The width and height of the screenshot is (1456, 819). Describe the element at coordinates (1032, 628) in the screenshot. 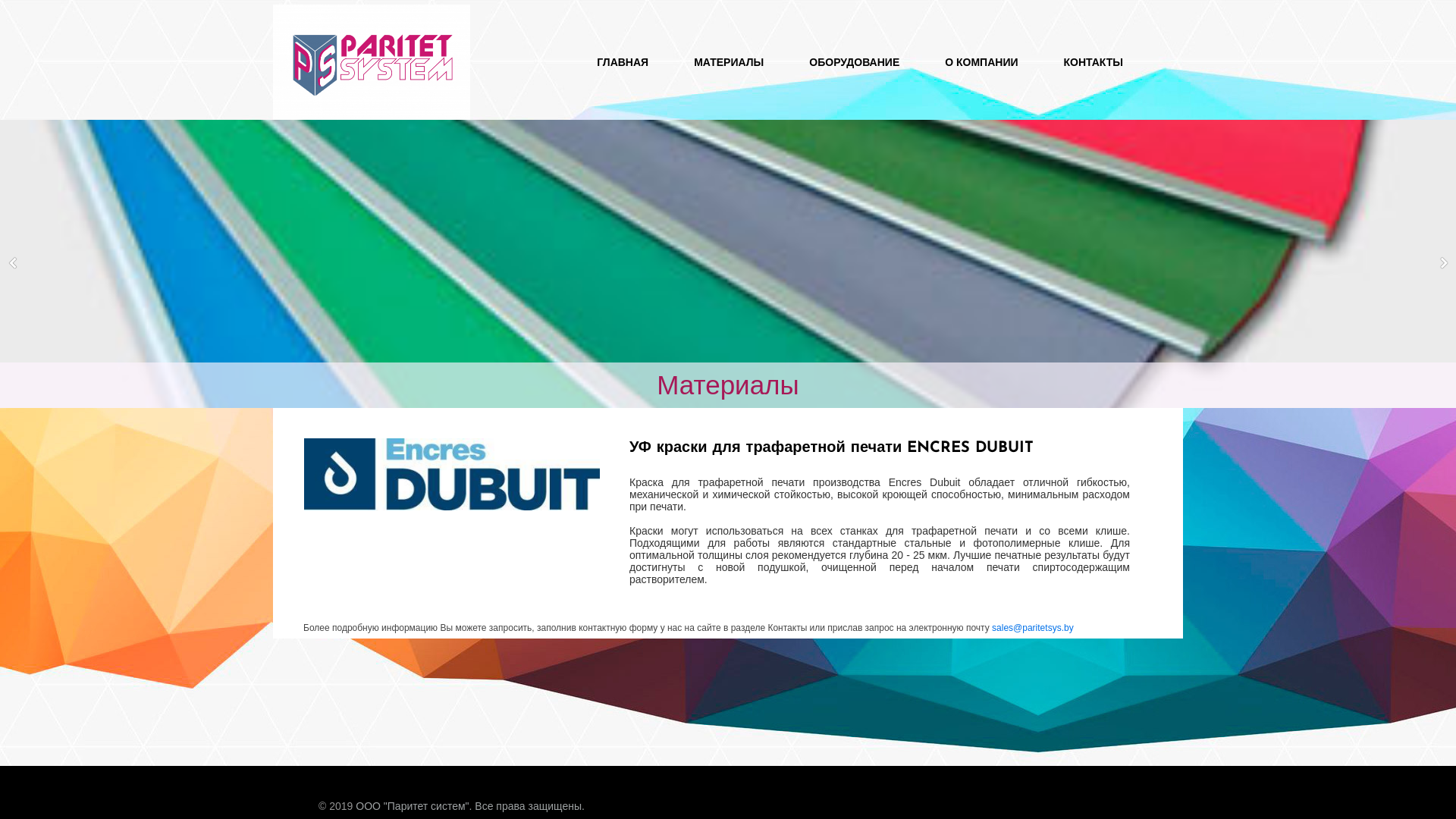

I see `'sales@paritetsys.by'` at that location.